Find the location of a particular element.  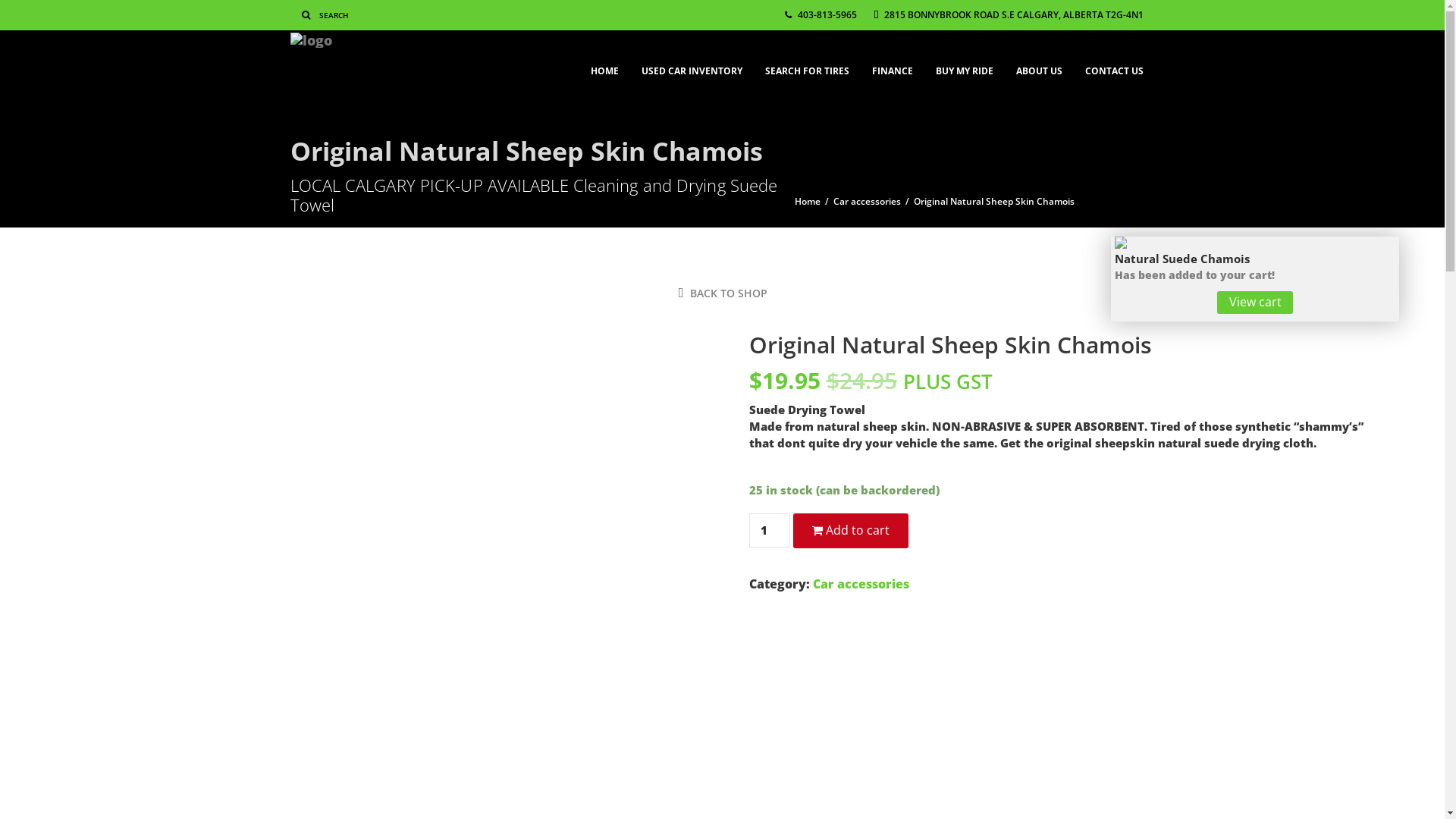

'Home' is located at coordinates (807, 201).